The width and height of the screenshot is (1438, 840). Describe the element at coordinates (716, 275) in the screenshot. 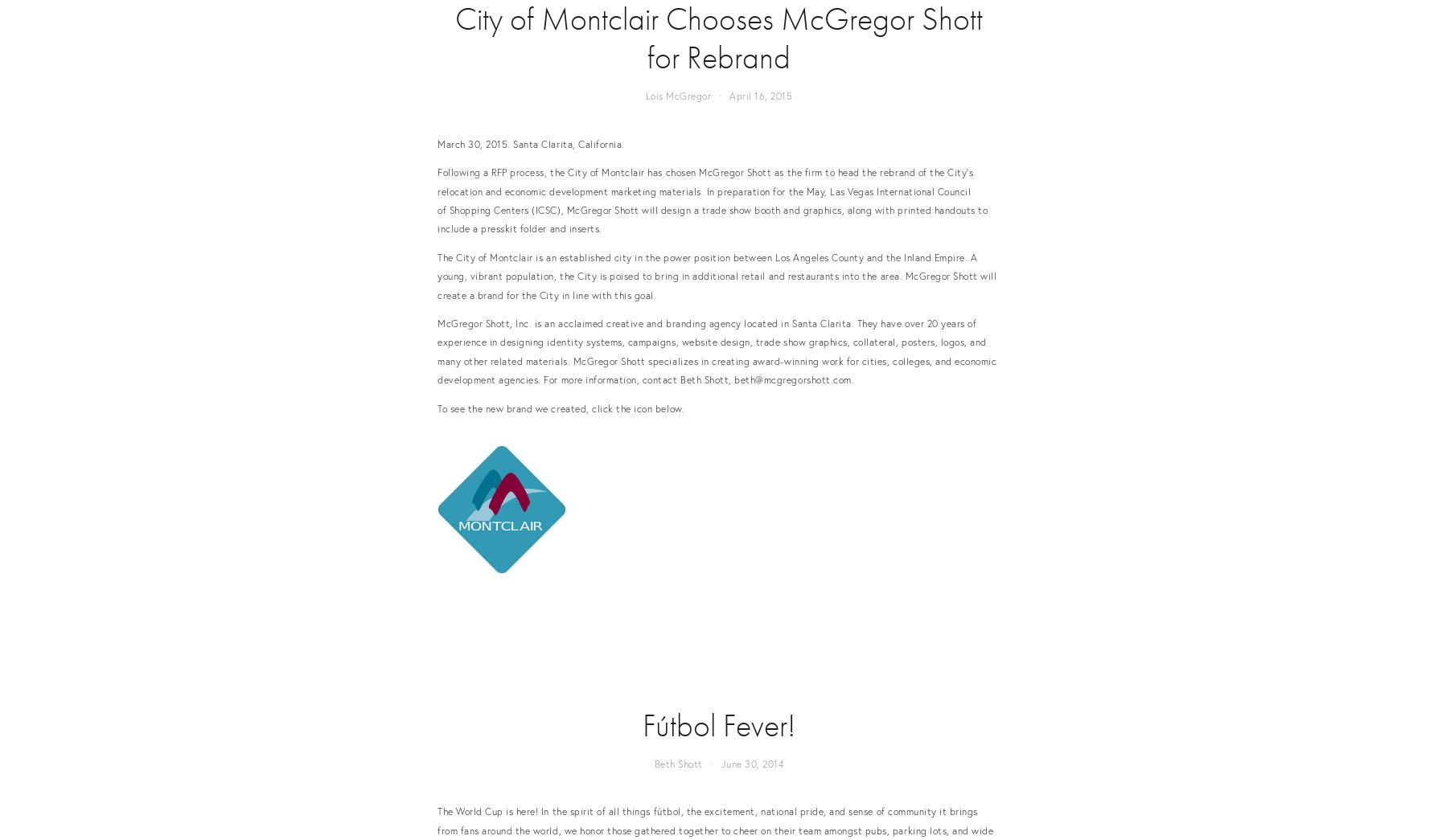

I see `'The City of Montclair is an established city in the power position between Los Angeles County and the Inland Empire. A young, vibrant population, the City is poised to bring in additional retail and restaurants into the area. McGregor Shott will create a brand for the City in line with this goal.'` at that location.